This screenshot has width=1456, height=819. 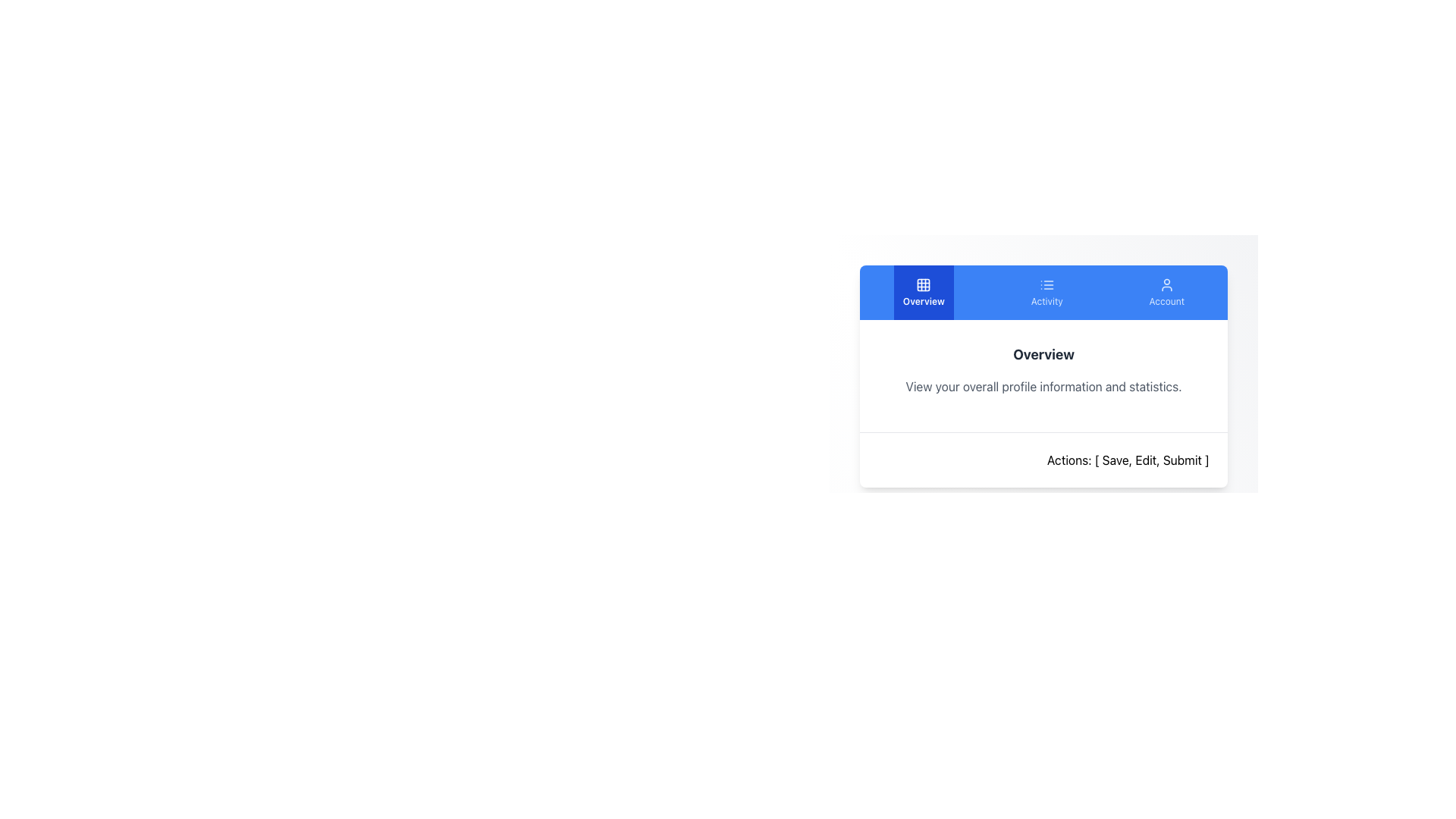 What do you see at coordinates (1046, 284) in the screenshot?
I see `three-line list icon located at the top section of the blue 'Activity' button, which is the second button from the left in a row of three buttons in the user interface panel` at bounding box center [1046, 284].